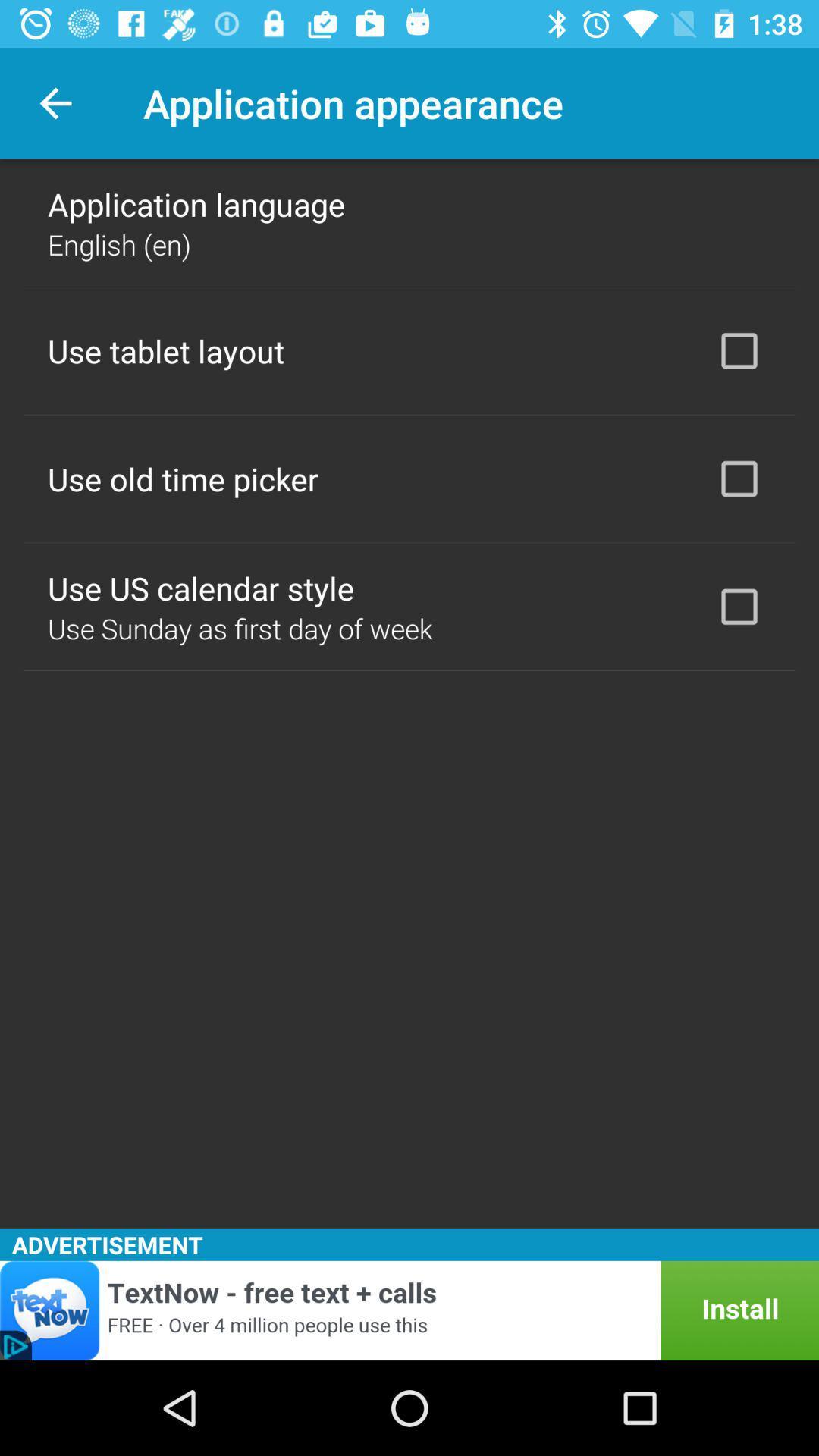 This screenshot has width=819, height=1456. Describe the element at coordinates (55, 102) in the screenshot. I see `icon next to the application appearance item` at that location.